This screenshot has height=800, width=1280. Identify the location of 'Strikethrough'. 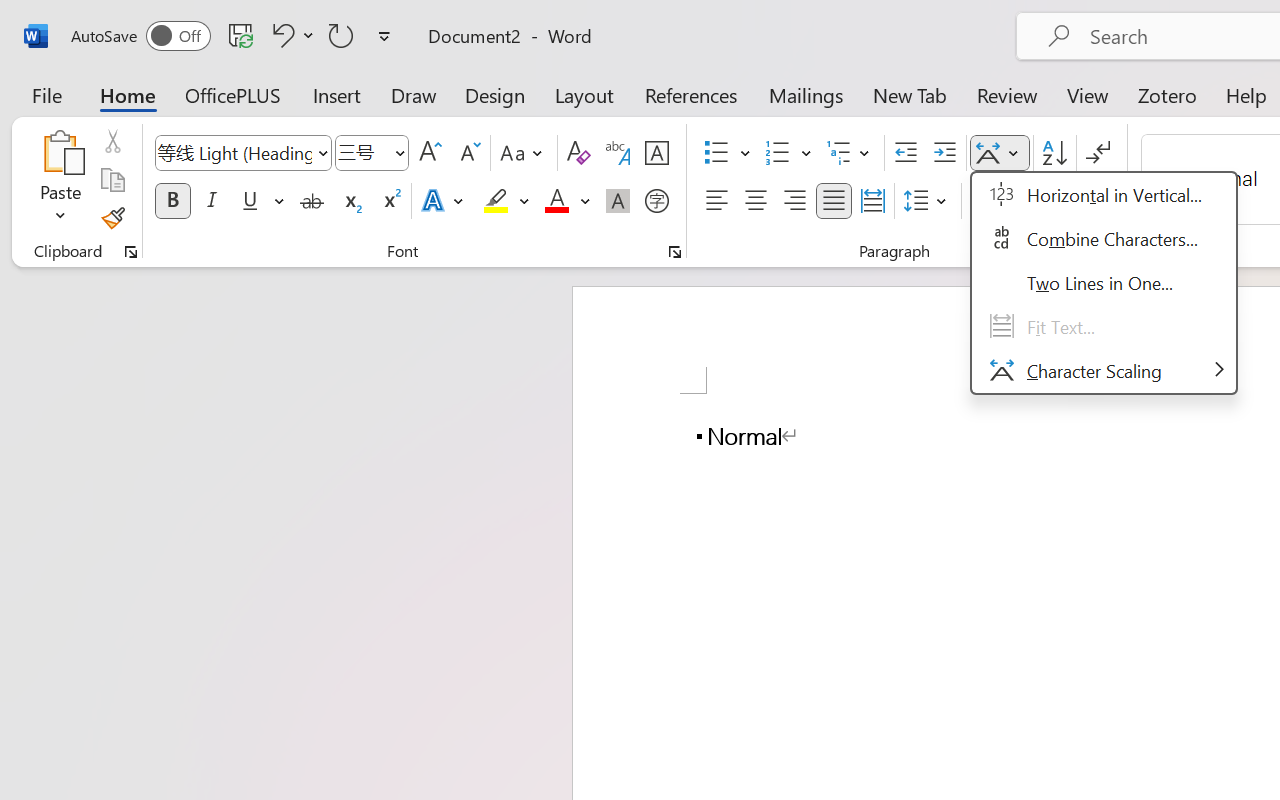
(311, 201).